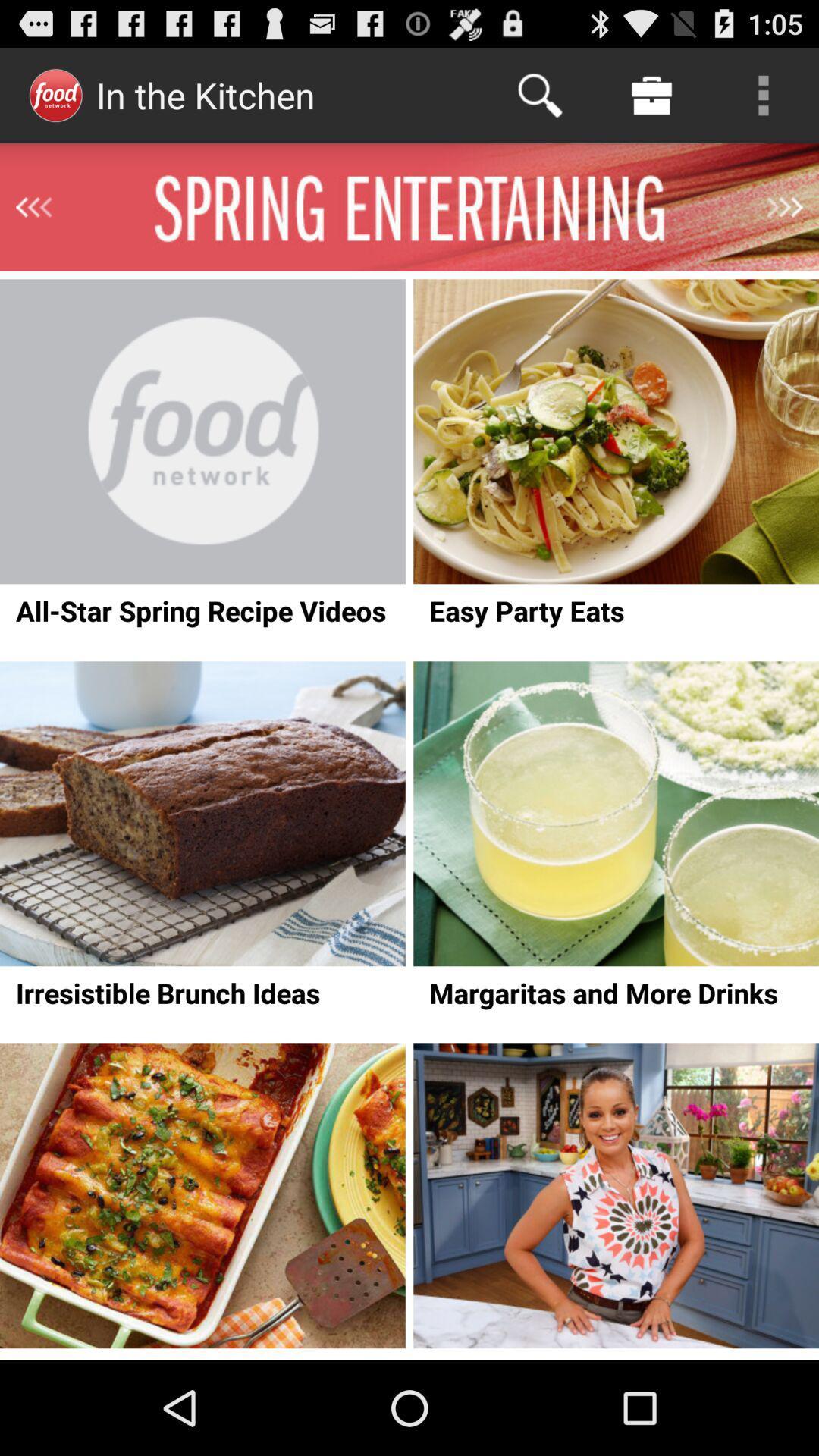 This screenshot has height=1456, width=819. I want to click on the icon next to in the kitchen item, so click(539, 94).